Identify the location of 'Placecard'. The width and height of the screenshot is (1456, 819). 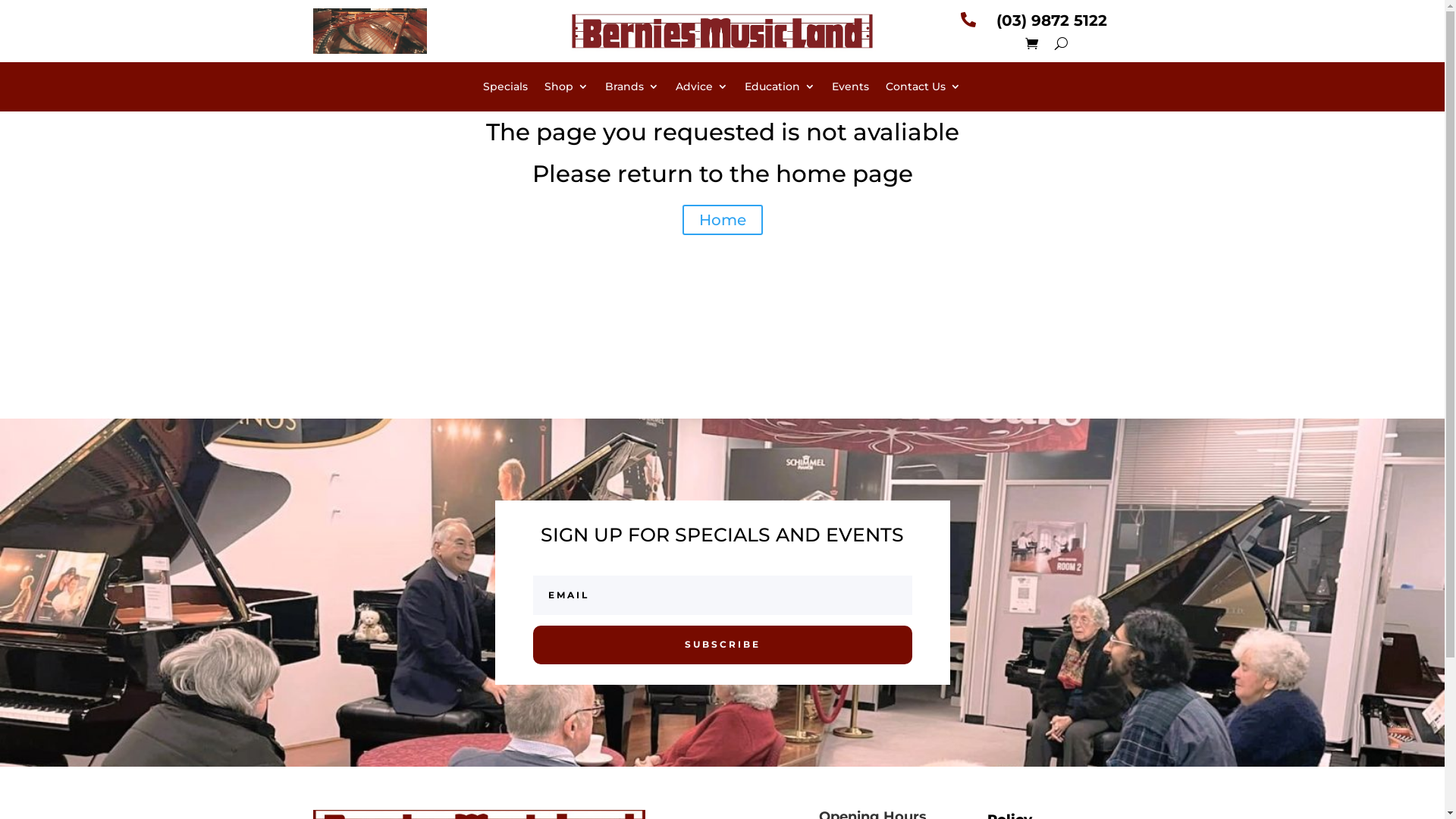
(369, 31).